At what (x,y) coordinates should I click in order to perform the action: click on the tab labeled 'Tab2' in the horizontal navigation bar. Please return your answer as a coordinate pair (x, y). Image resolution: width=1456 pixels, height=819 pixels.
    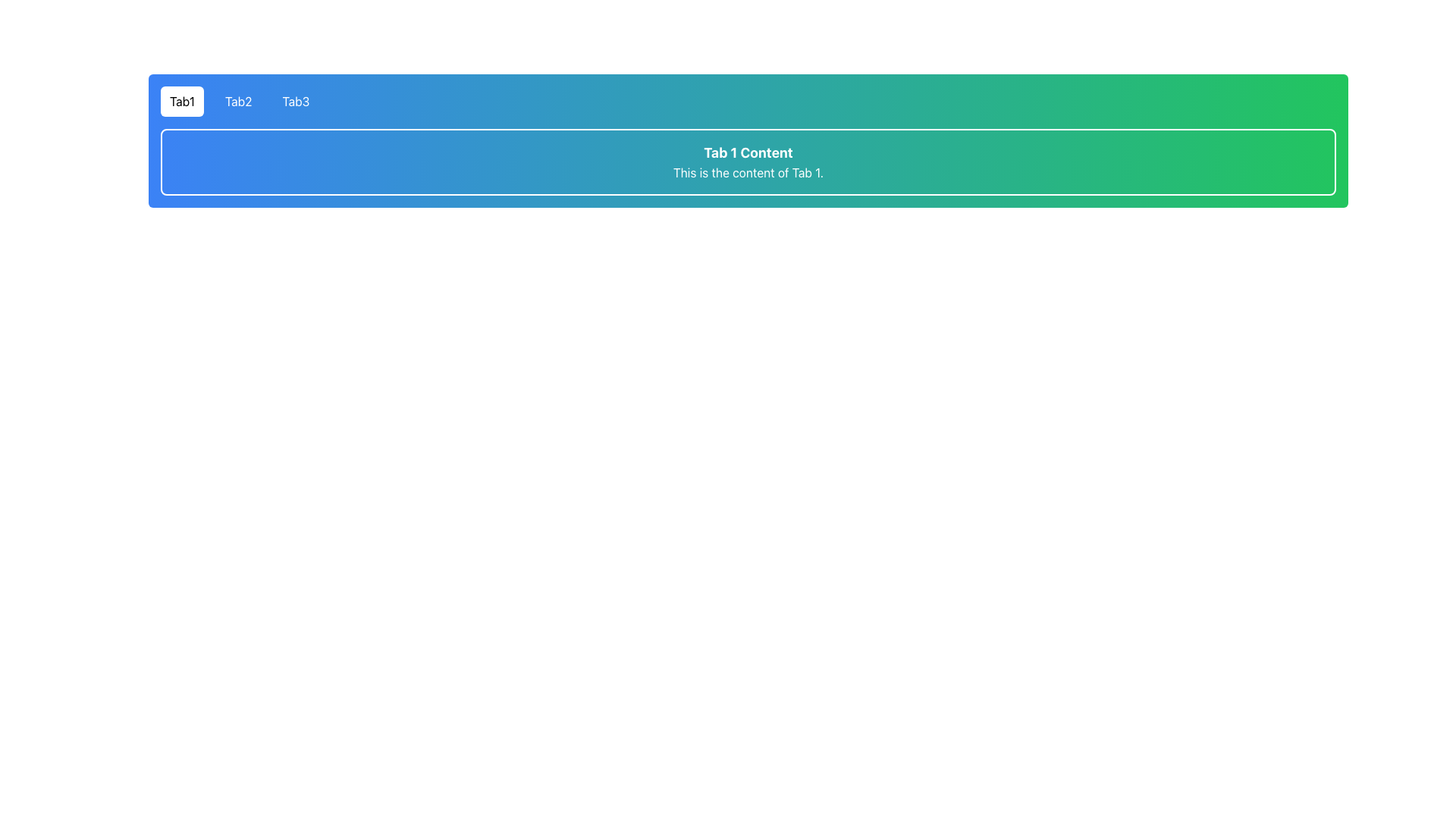
    Looking at the image, I should click on (237, 102).